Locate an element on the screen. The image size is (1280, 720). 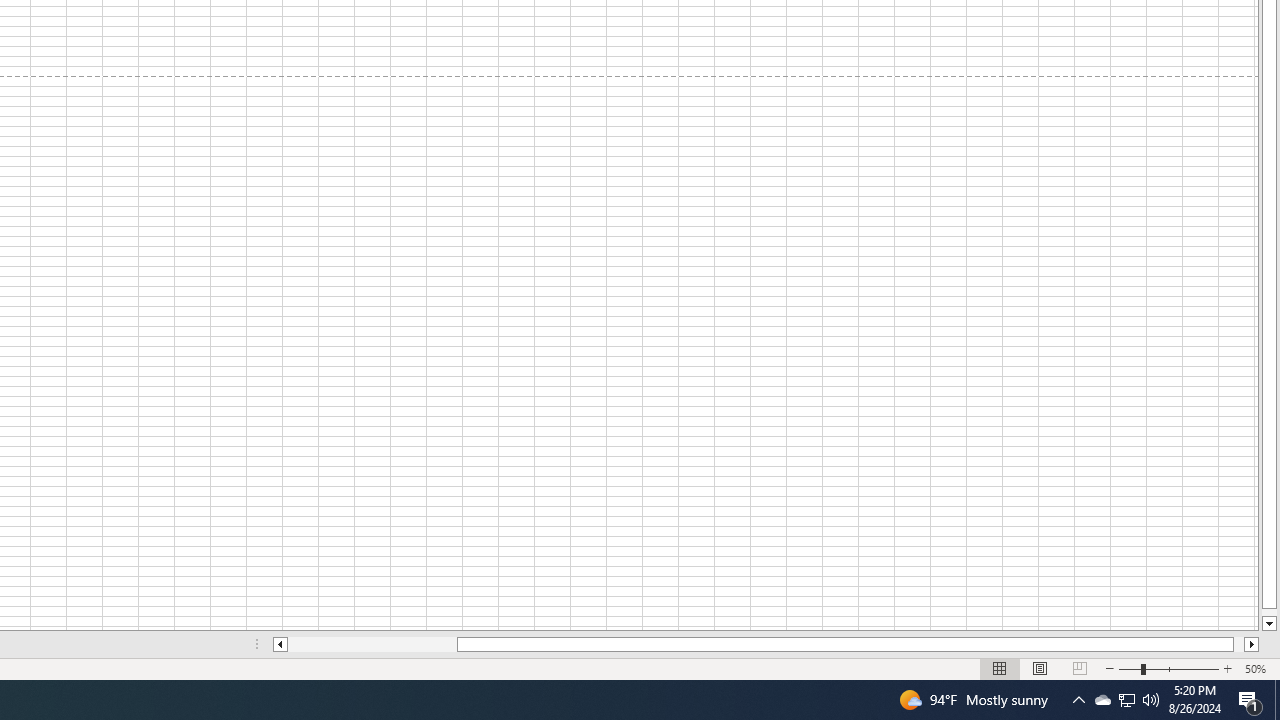
'Page left' is located at coordinates (372, 644).